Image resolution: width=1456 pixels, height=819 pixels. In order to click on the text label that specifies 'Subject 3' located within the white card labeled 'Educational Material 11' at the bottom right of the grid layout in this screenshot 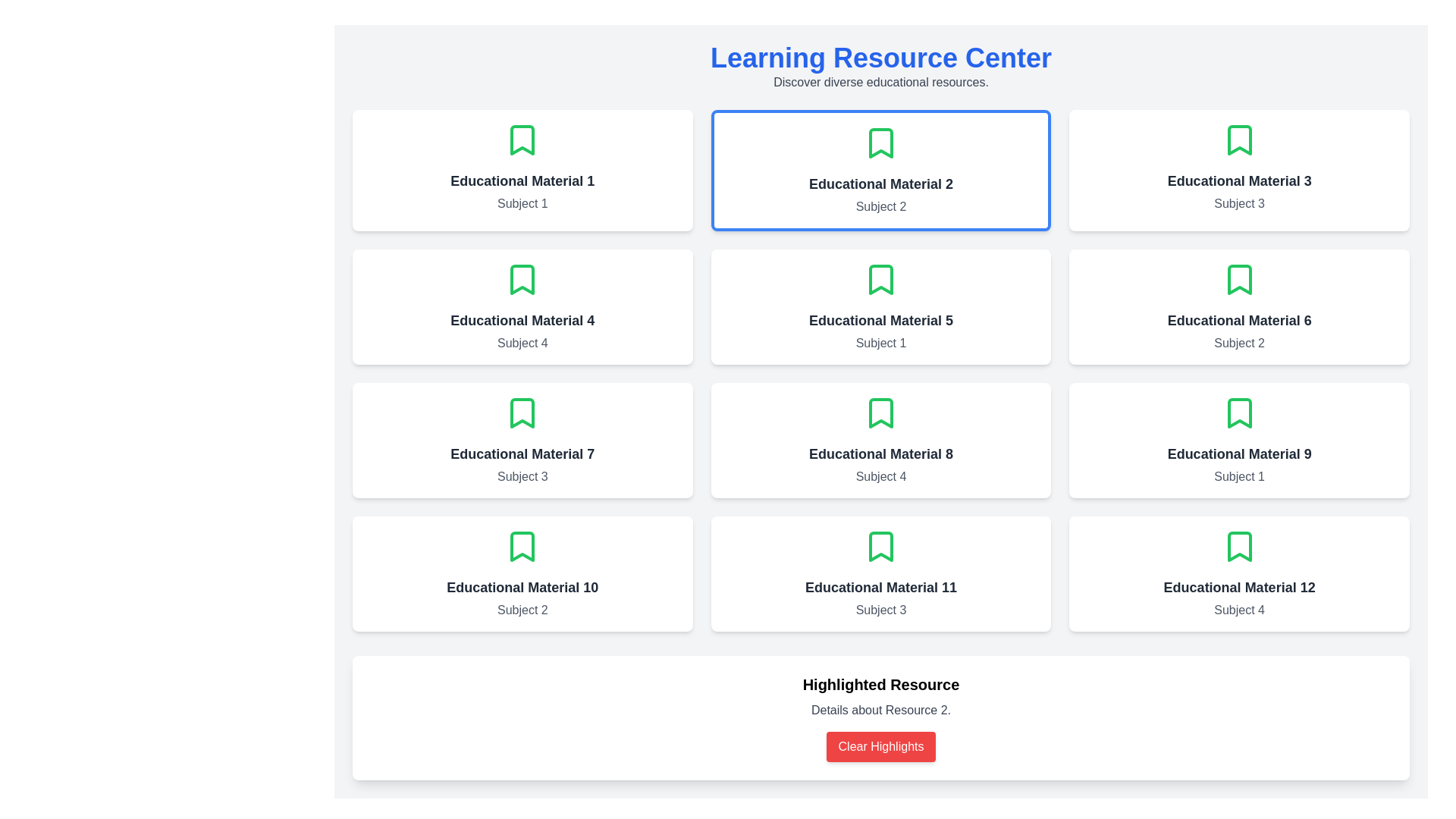, I will do `click(880, 610)`.